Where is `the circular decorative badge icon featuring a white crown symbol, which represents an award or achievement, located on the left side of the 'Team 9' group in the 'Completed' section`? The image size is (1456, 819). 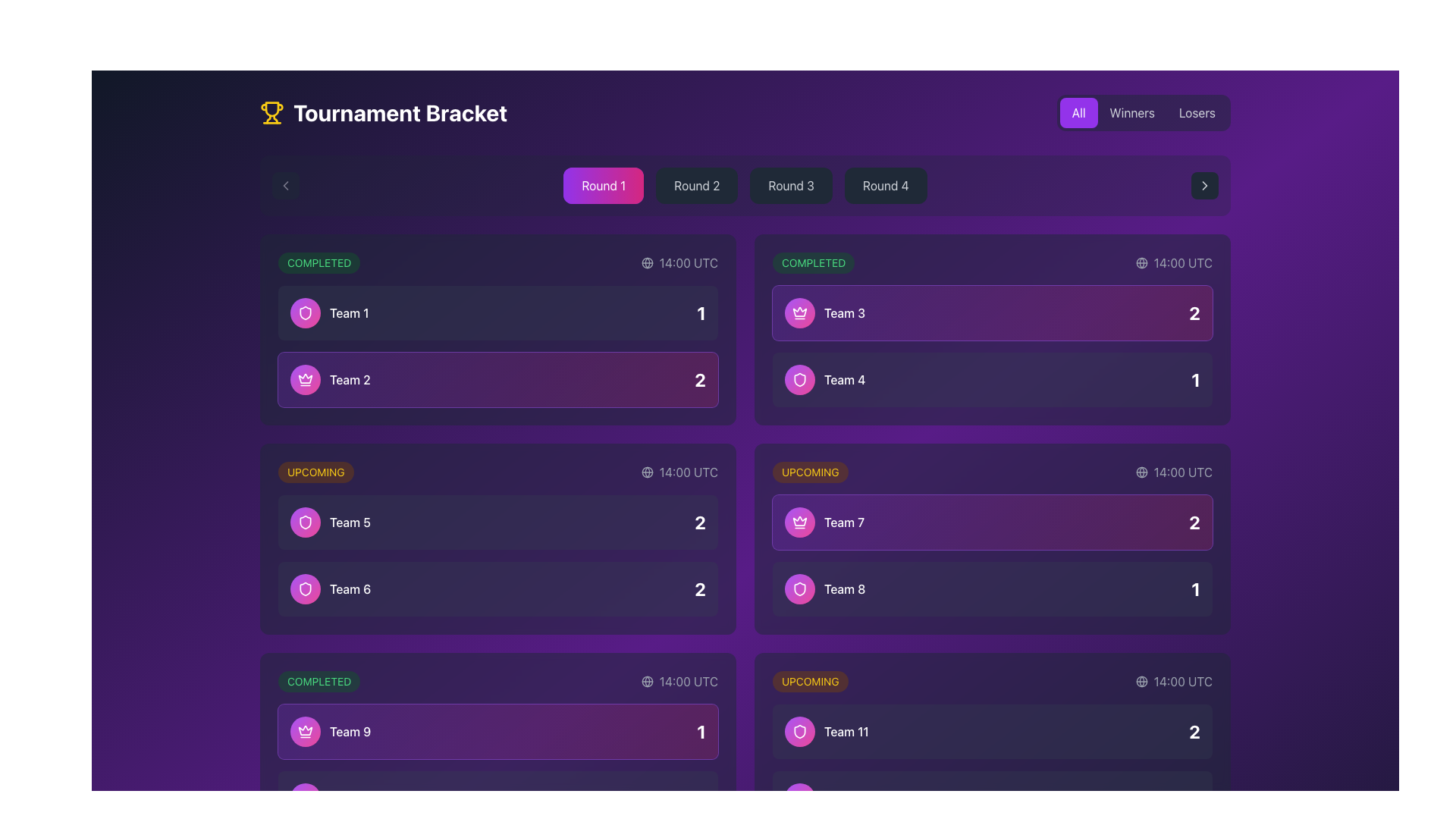
the circular decorative badge icon featuring a white crown symbol, which represents an award or achievement, located on the left side of the 'Team 9' group in the 'Completed' section is located at coordinates (305, 730).